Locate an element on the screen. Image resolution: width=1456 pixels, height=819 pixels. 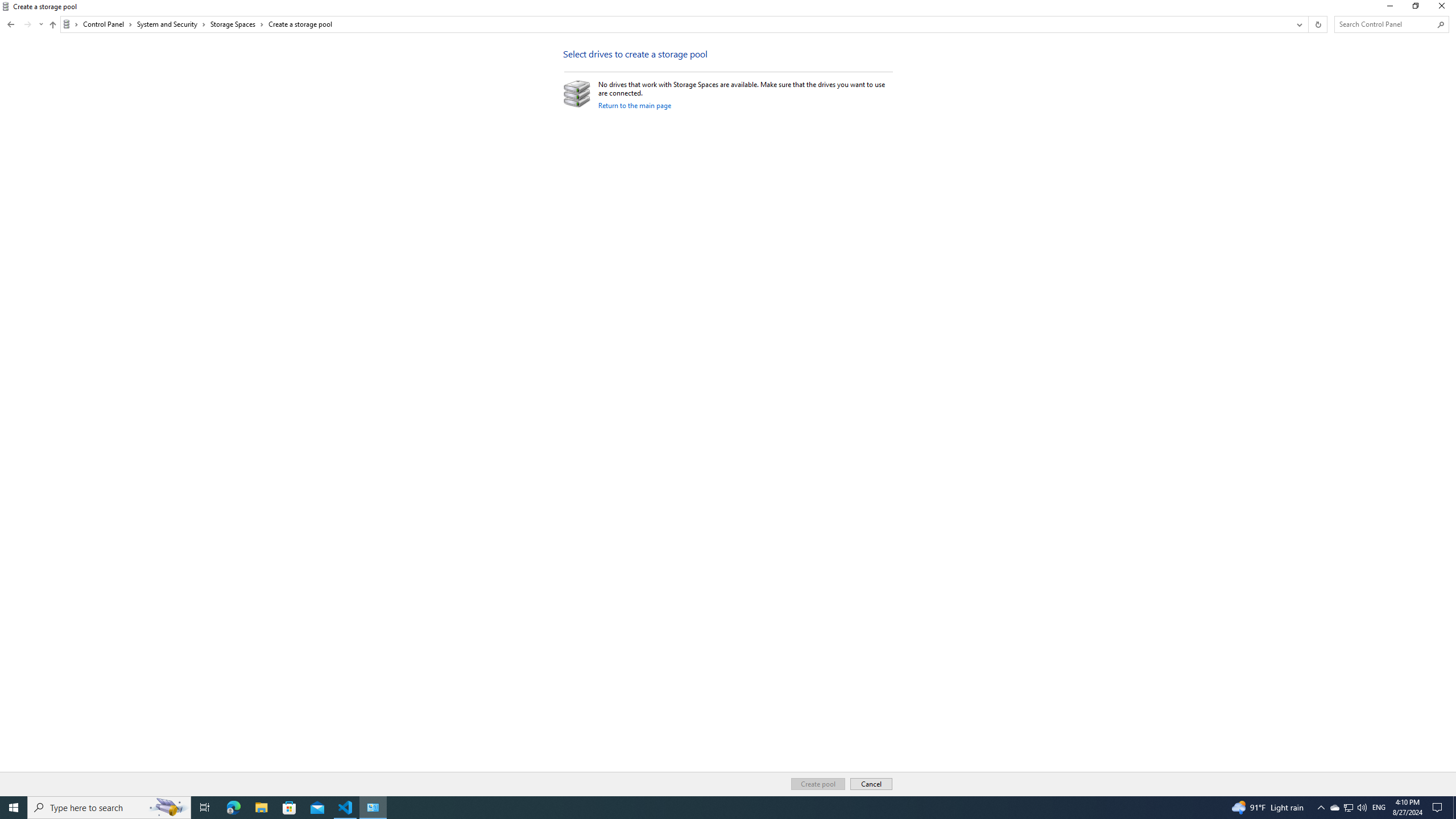
'Recent locations' is located at coordinates (40, 24).